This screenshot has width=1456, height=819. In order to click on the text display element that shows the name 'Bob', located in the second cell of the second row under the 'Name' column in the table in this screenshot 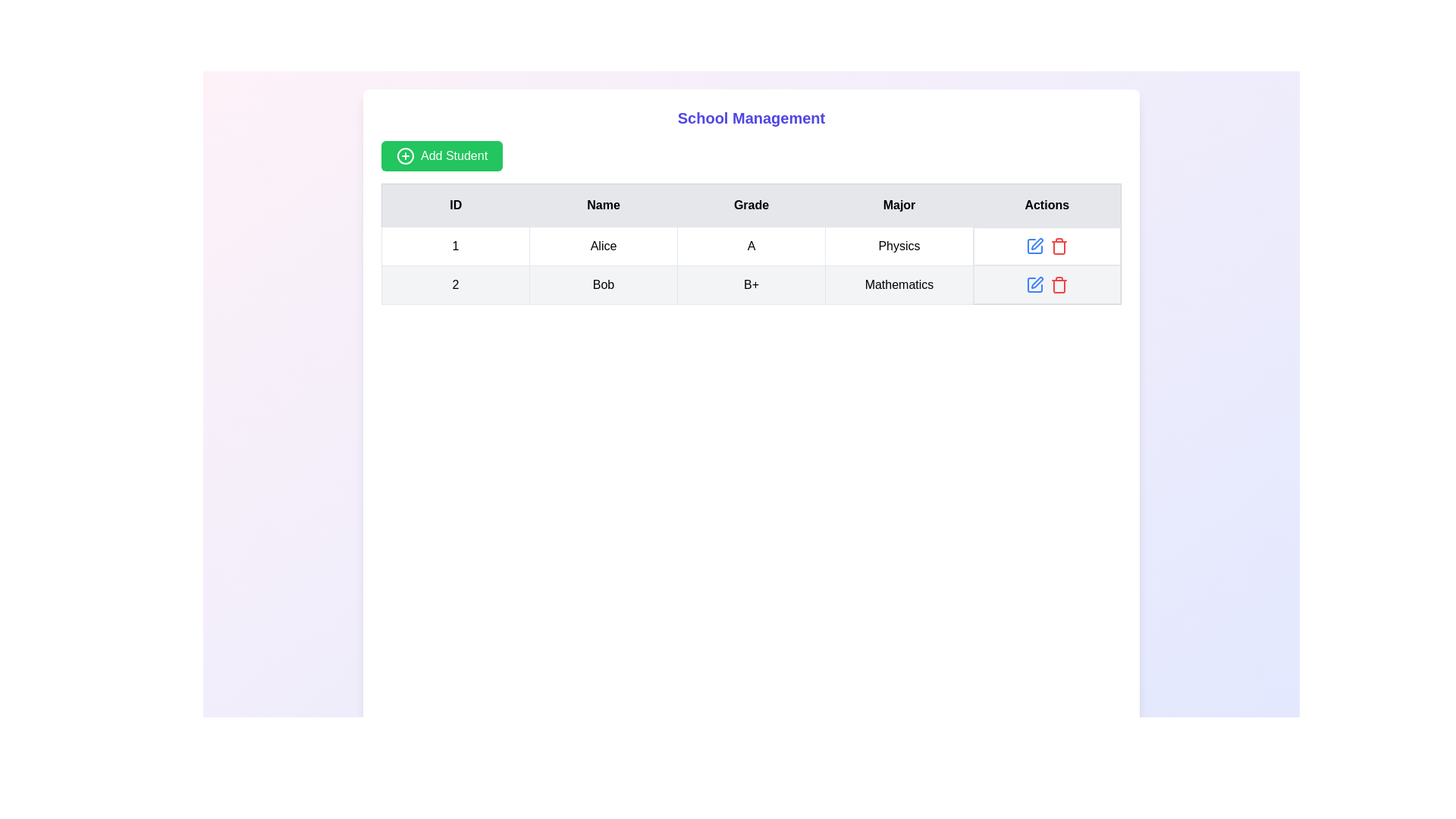, I will do `click(603, 284)`.